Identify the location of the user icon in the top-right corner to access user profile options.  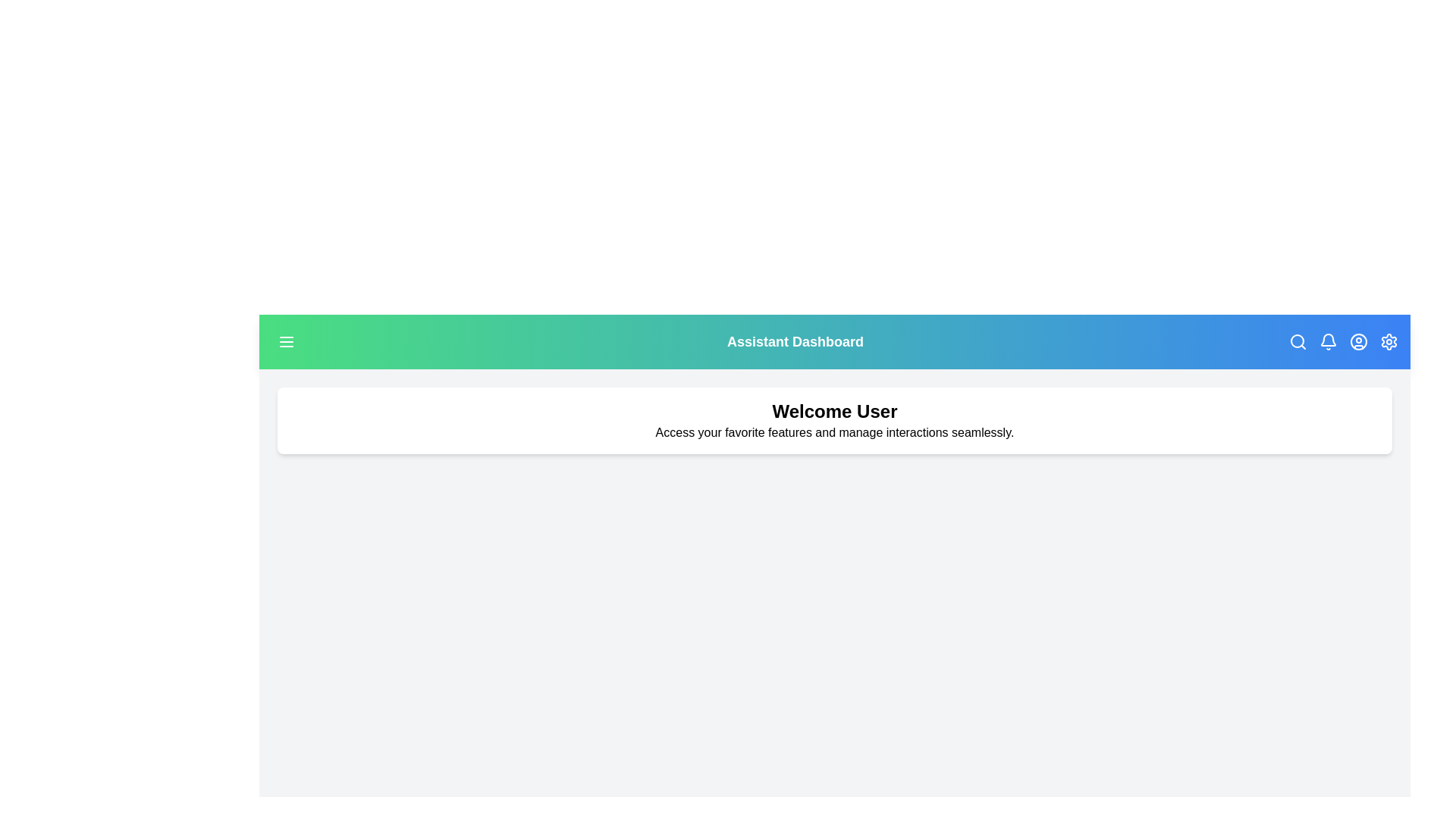
(1358, 342).